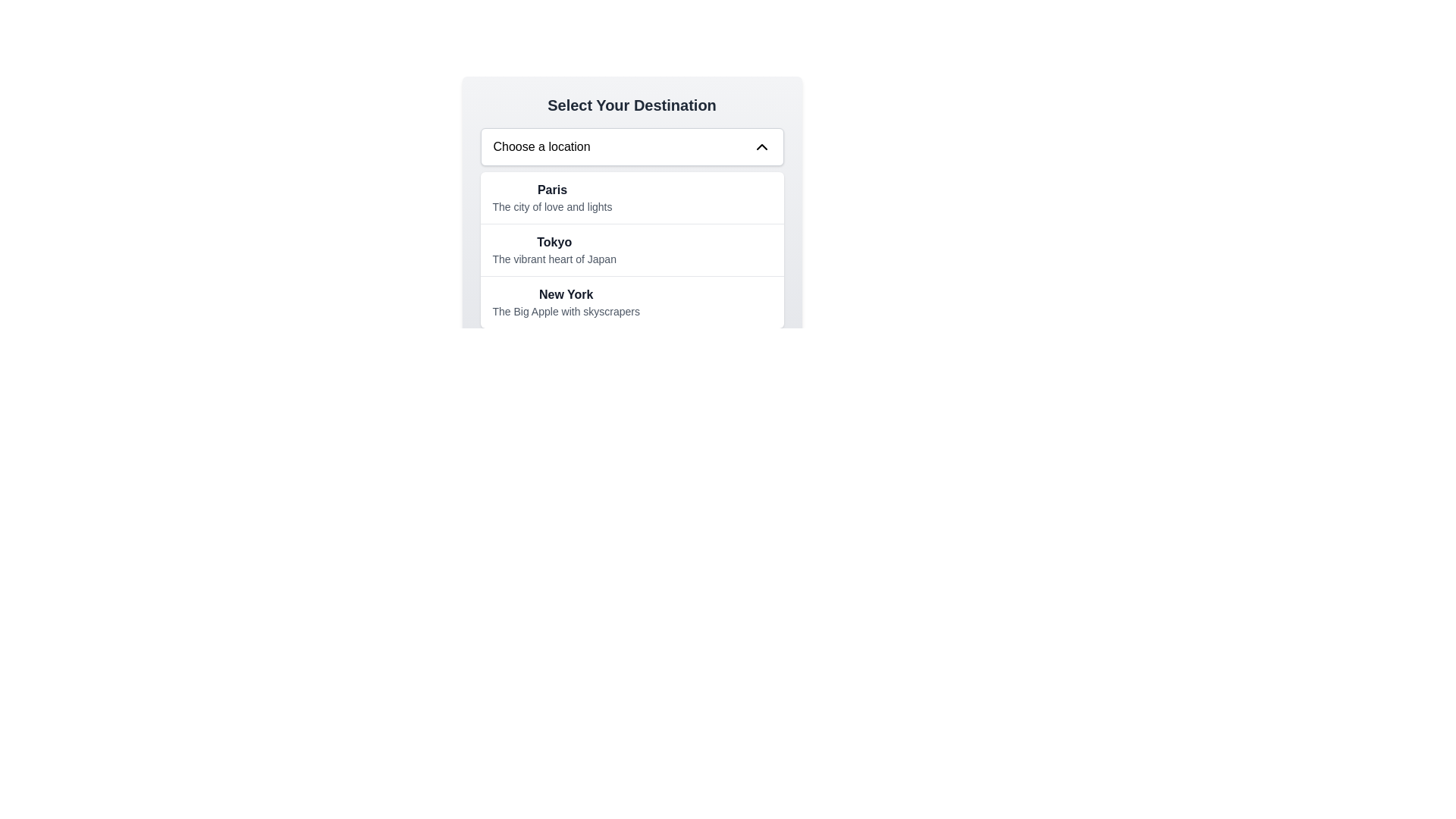 Image resolution: width=1456 pixels, height=819 pixels. What do you see at coordinates (632, 302) in the screenshot?
I see `the text block displaying 'New York' and 'The Big Apple with skyscrapers', which is the third item in the list under 'Select Your Destination'` at bounding box center [632, 302].